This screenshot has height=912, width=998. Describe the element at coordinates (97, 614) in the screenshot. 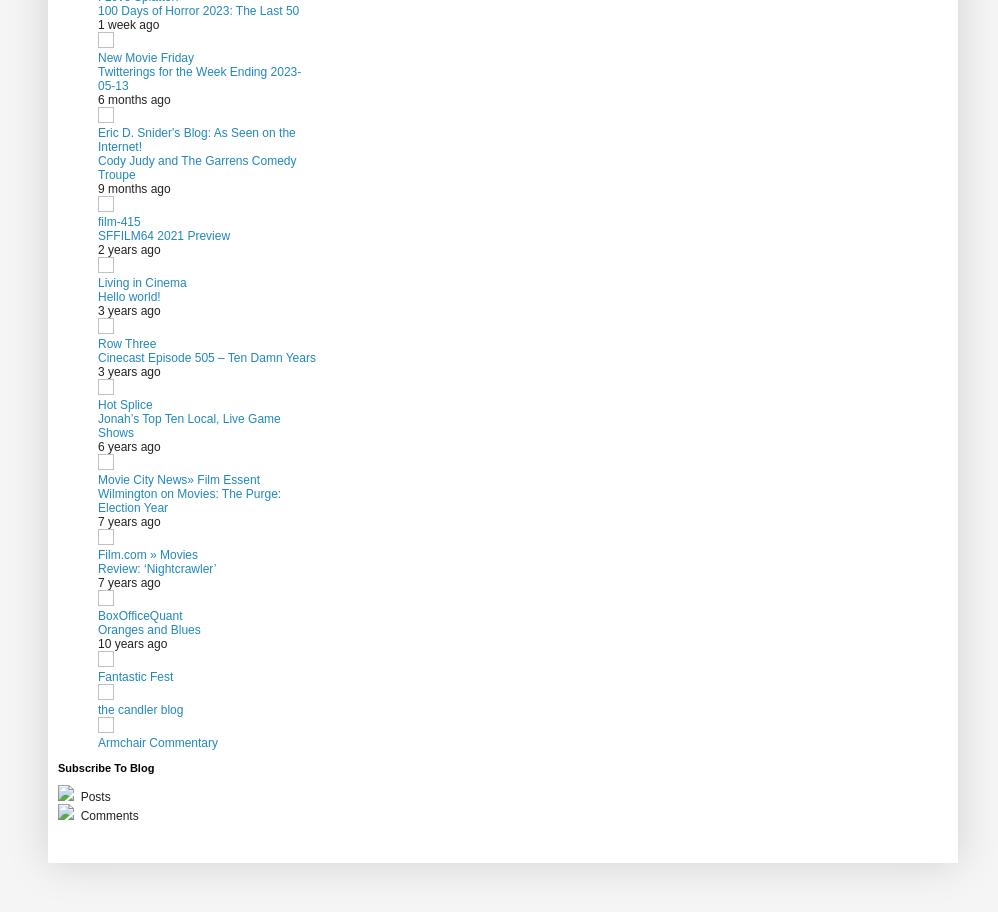

I see `'BoxOfficeQuant'` at that location.